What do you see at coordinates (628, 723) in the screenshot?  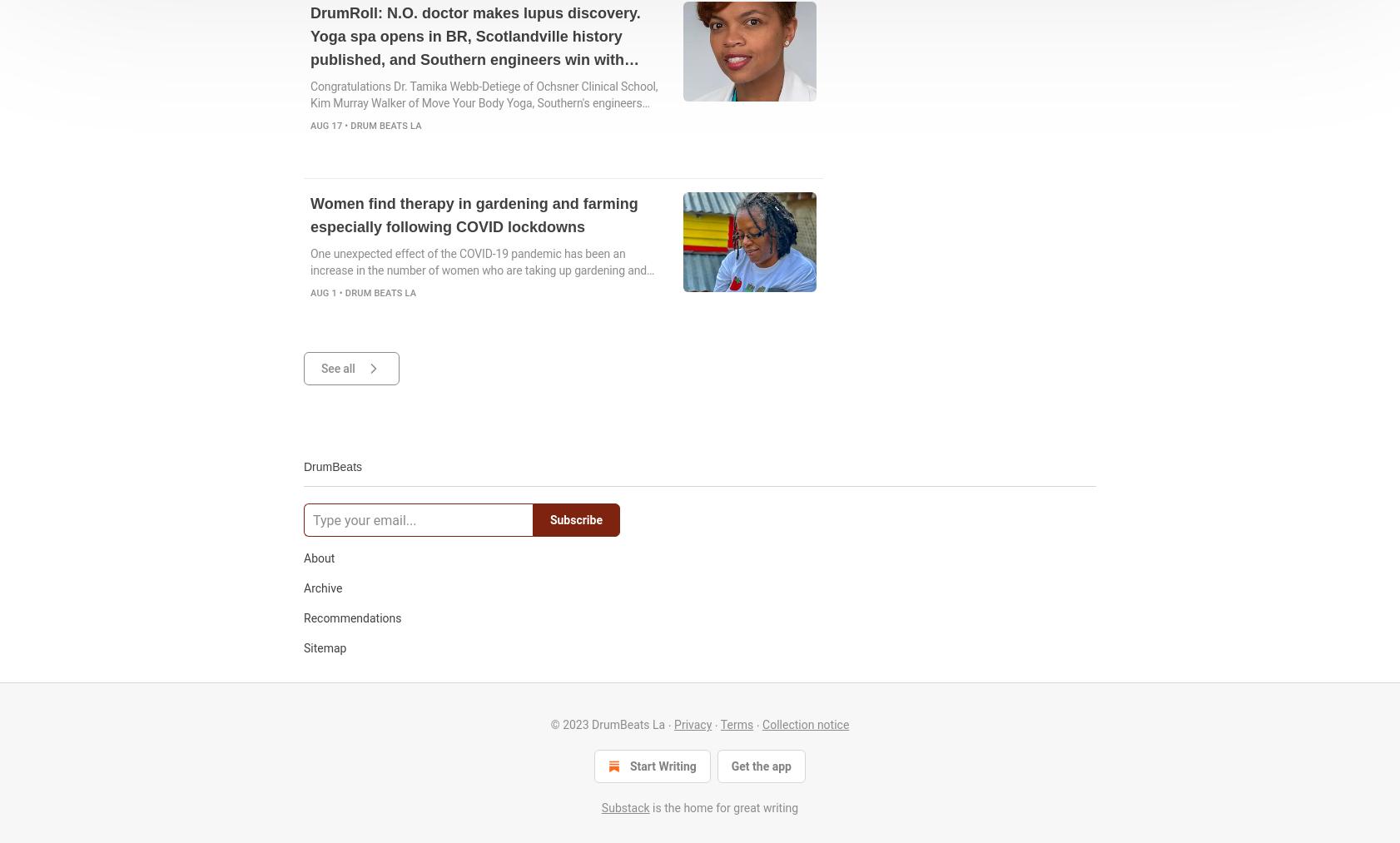 I see `'DrumBeats La'` at bounding box center [628, 723].